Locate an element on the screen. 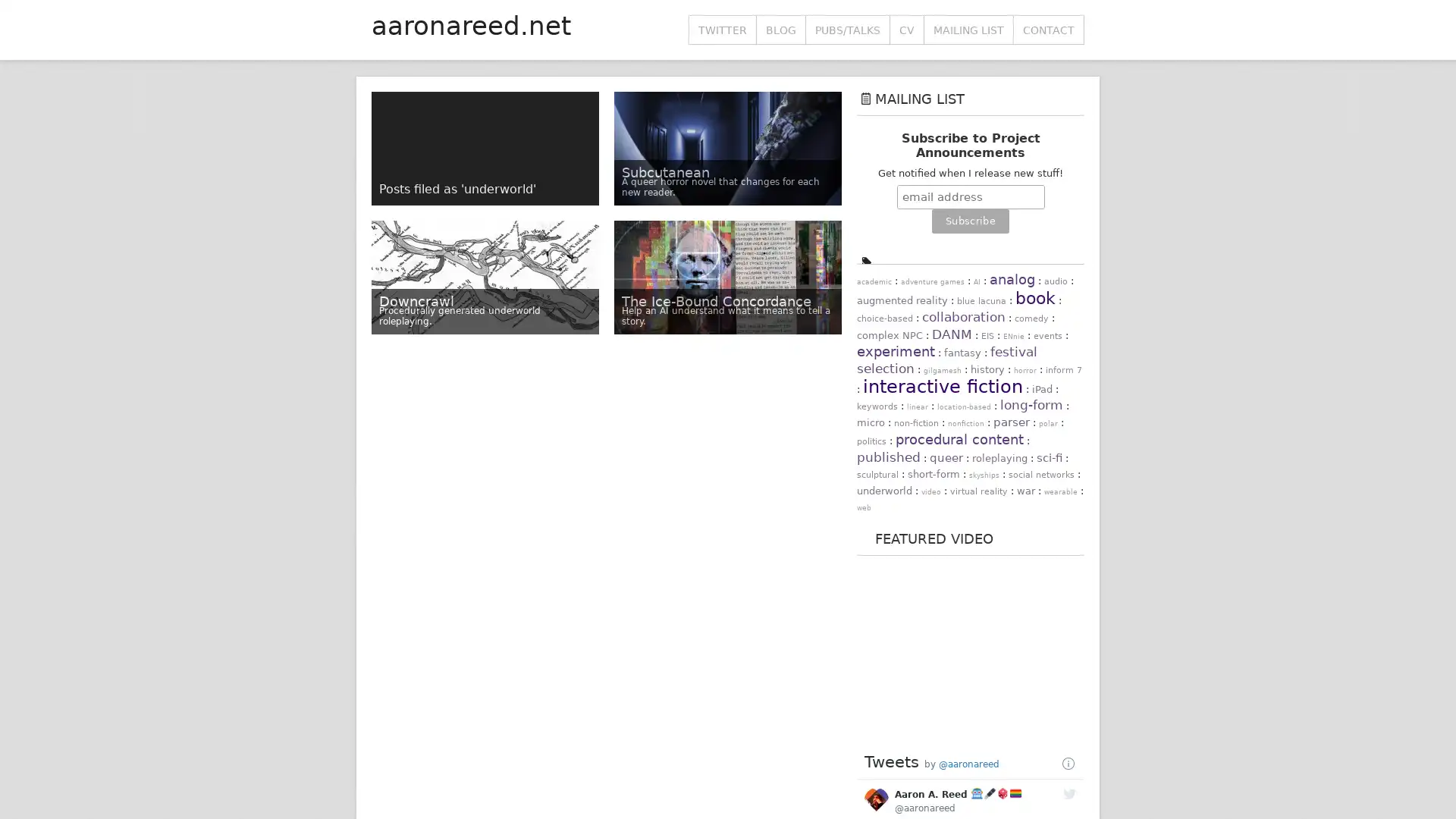 This screenshot has height=819, width=1456. Subscribe is located at coordinates (969, 221).